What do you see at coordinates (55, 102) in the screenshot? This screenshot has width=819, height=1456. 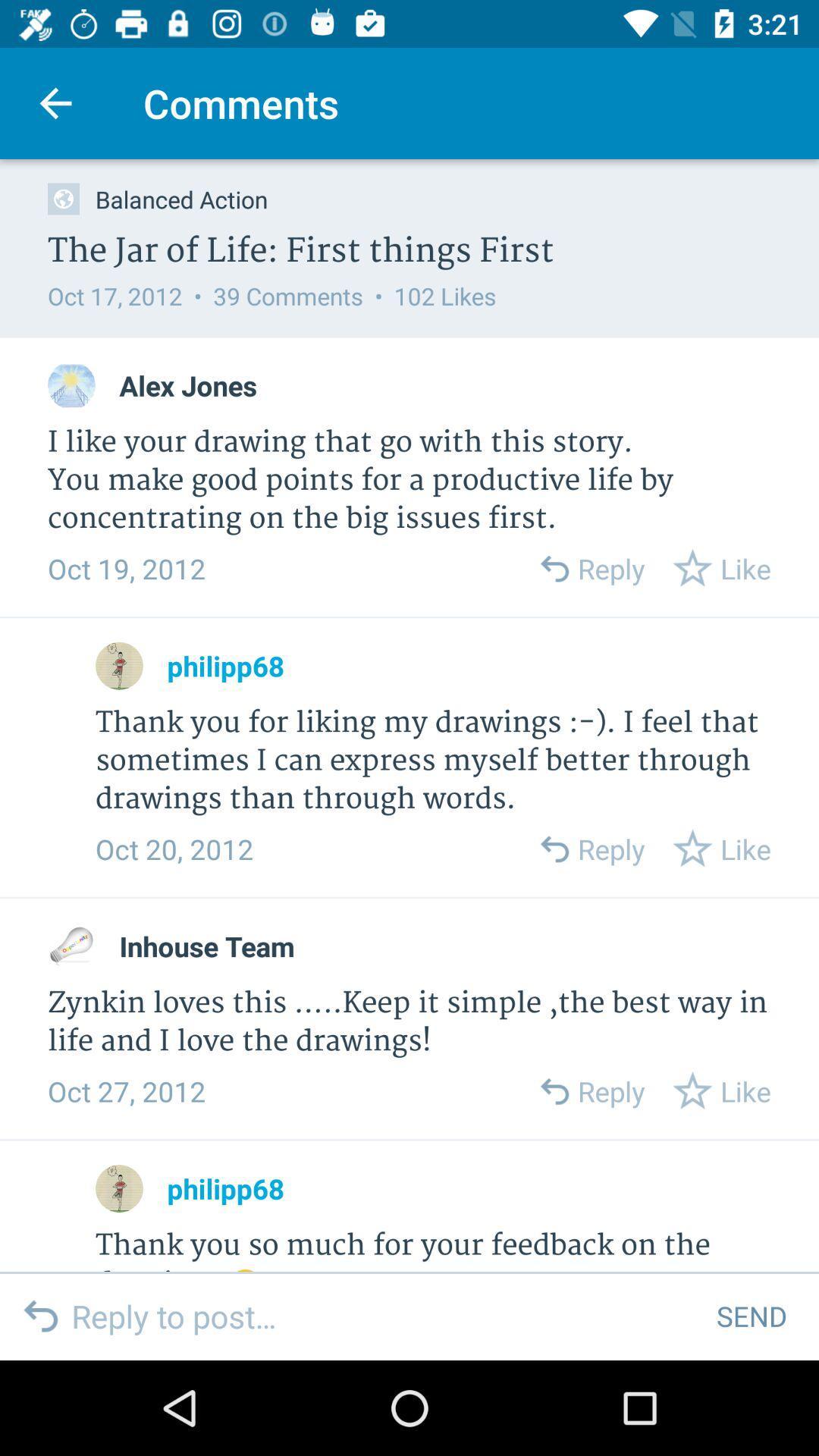 I see `item next to the comments icon` at bounding box center [55, 102].